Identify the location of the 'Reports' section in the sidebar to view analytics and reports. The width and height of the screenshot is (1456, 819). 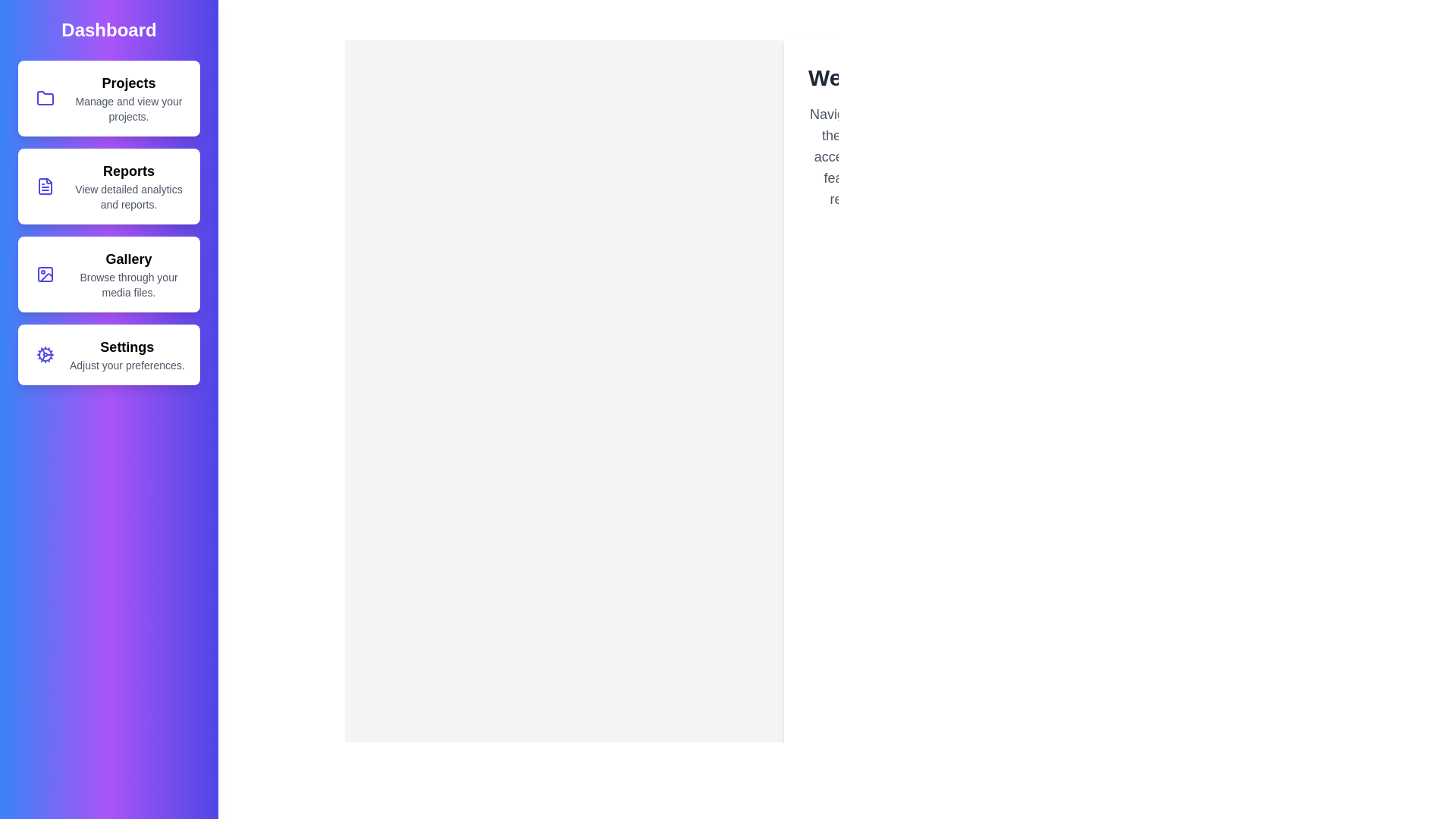
(108, 186).